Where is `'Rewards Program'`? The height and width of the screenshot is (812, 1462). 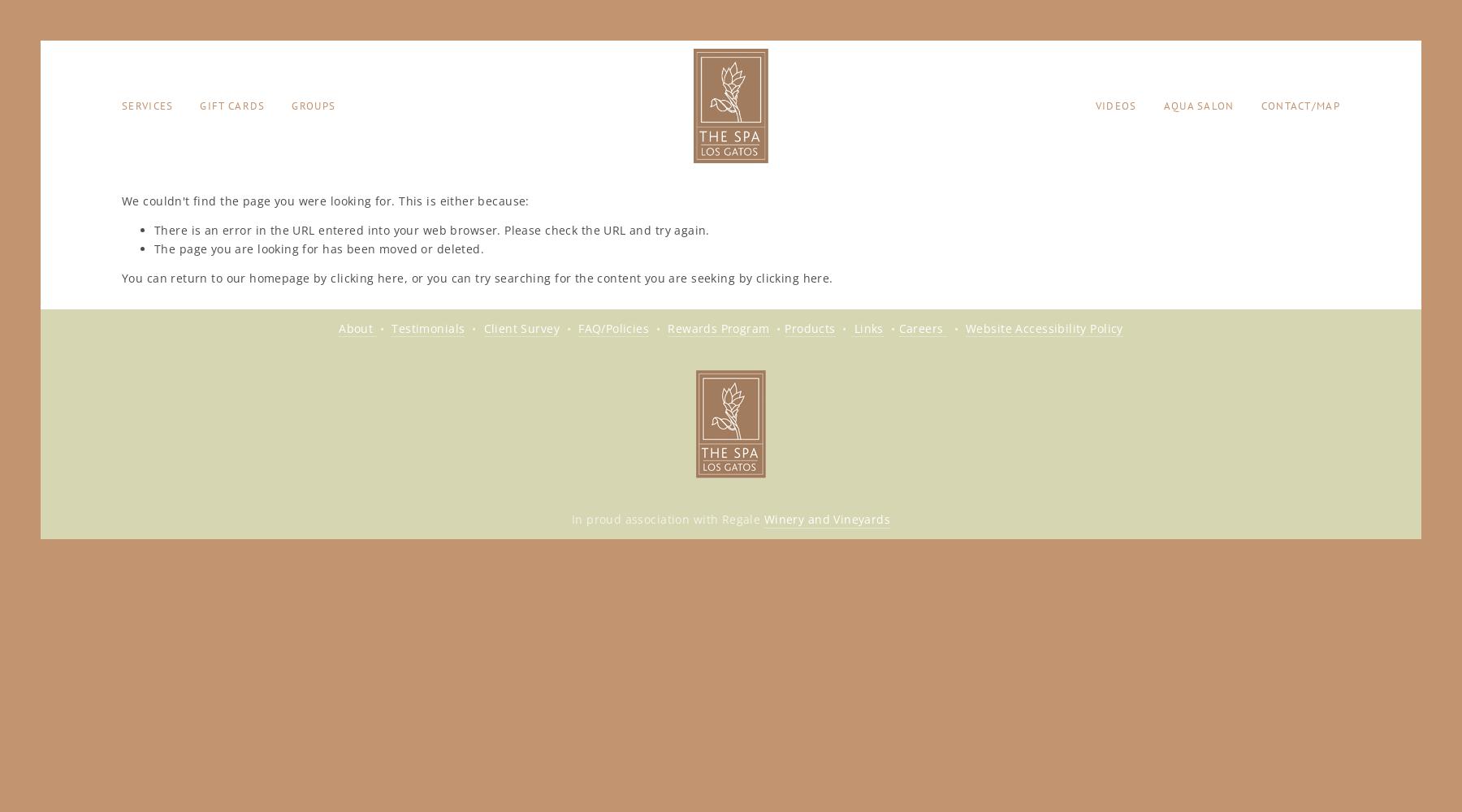 'Rewards Program' is located at coordinates (718, 327).